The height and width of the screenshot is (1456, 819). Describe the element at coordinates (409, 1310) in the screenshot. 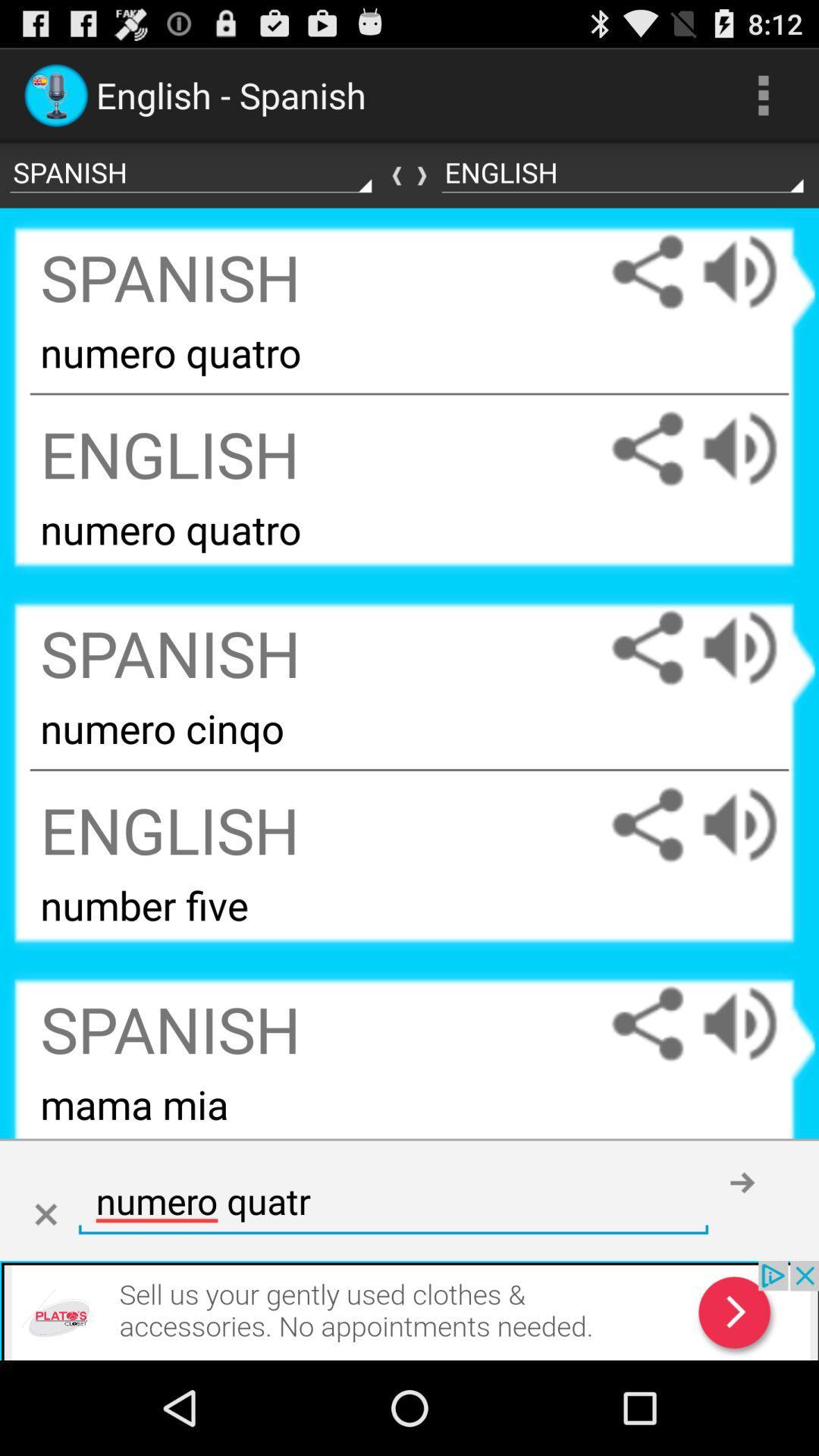

I see `advertisement` at that location.